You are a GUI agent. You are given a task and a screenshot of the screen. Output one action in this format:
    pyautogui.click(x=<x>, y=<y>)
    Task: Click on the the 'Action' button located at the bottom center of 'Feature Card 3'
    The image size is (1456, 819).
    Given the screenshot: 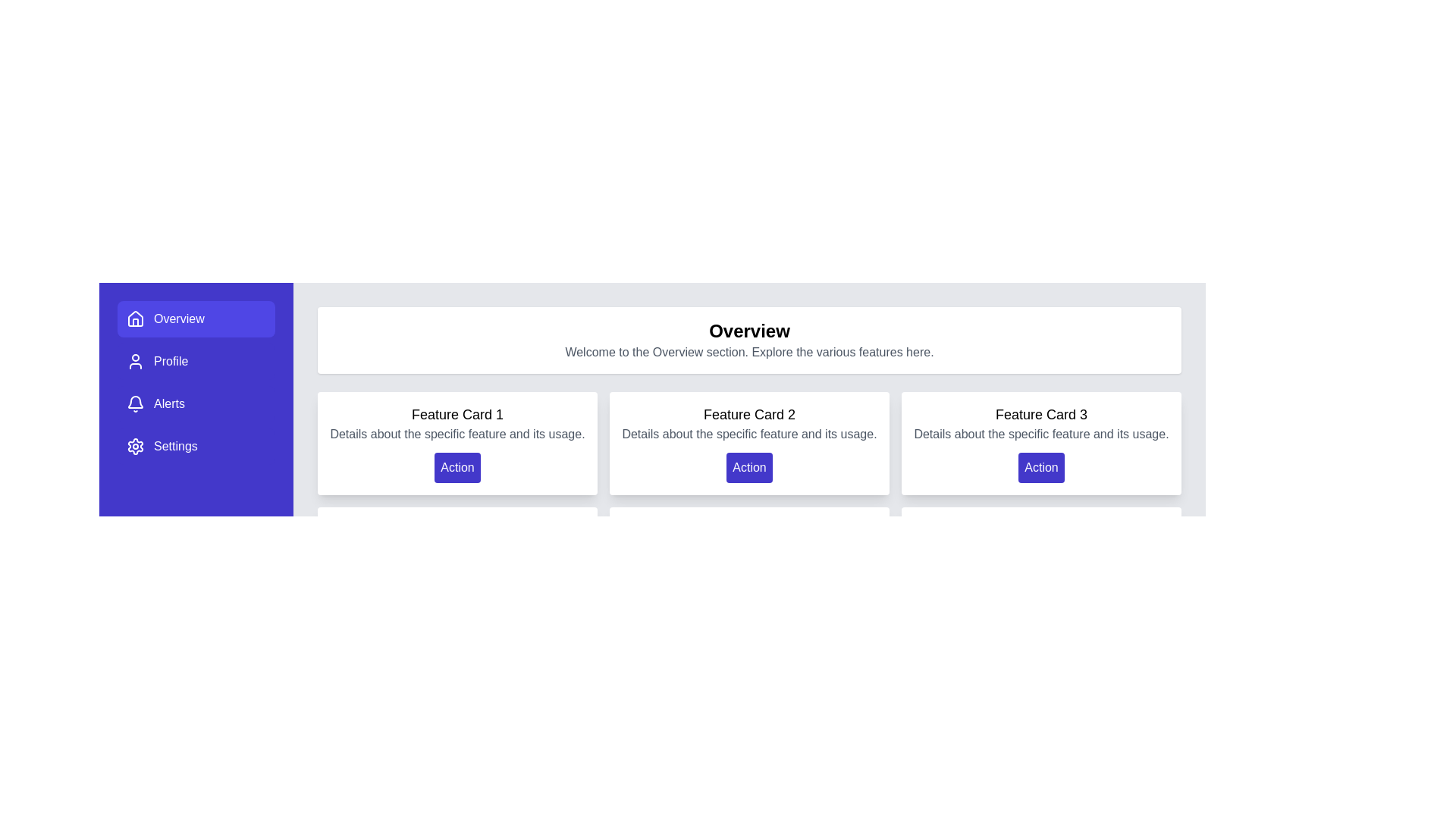 What is the action you would take?
    pyautogui.click(x=1040, y=467)
    